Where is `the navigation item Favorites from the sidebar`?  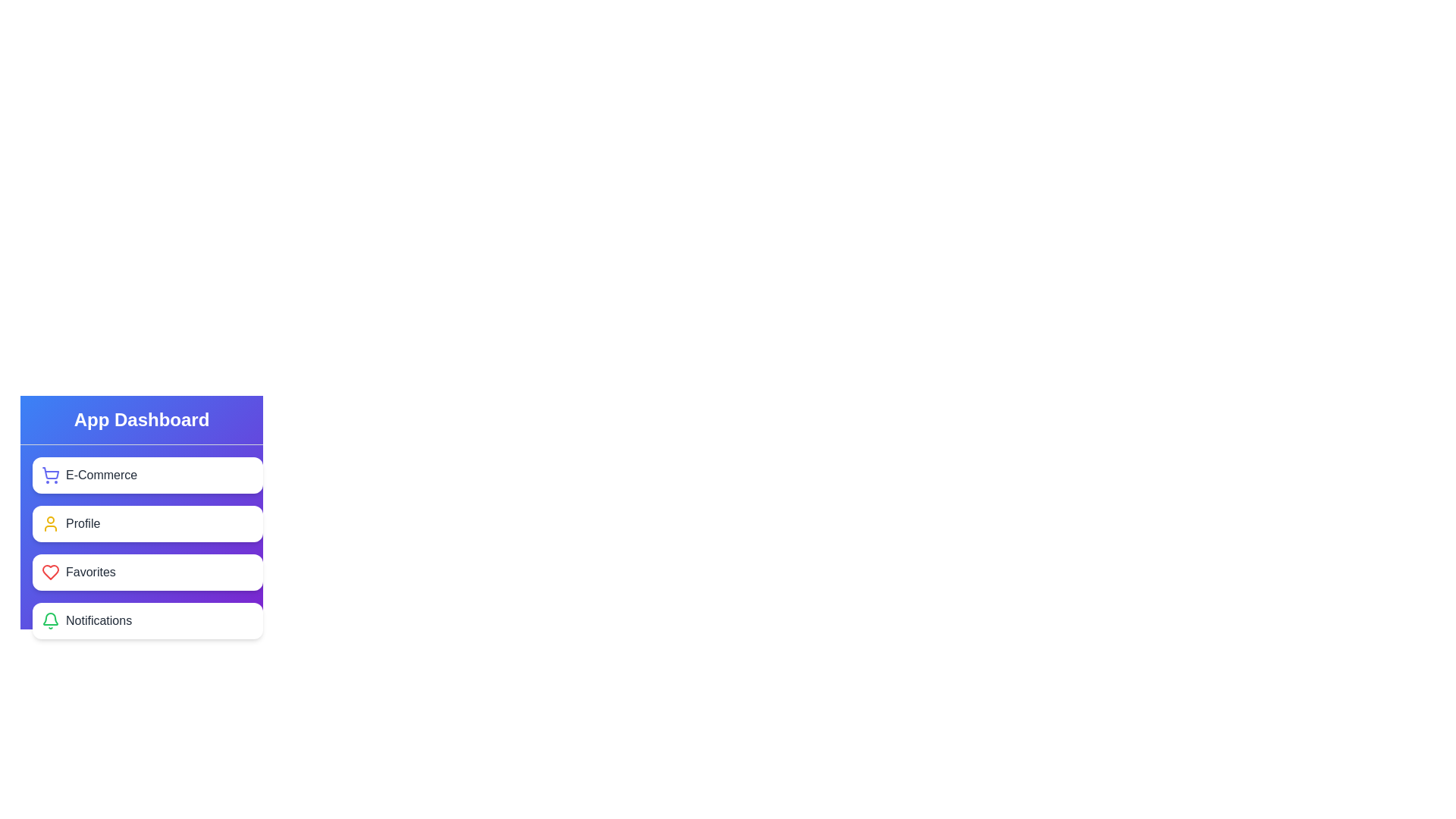
the navigation item Favorites from the sidebar is located at coordinates (148, 573).